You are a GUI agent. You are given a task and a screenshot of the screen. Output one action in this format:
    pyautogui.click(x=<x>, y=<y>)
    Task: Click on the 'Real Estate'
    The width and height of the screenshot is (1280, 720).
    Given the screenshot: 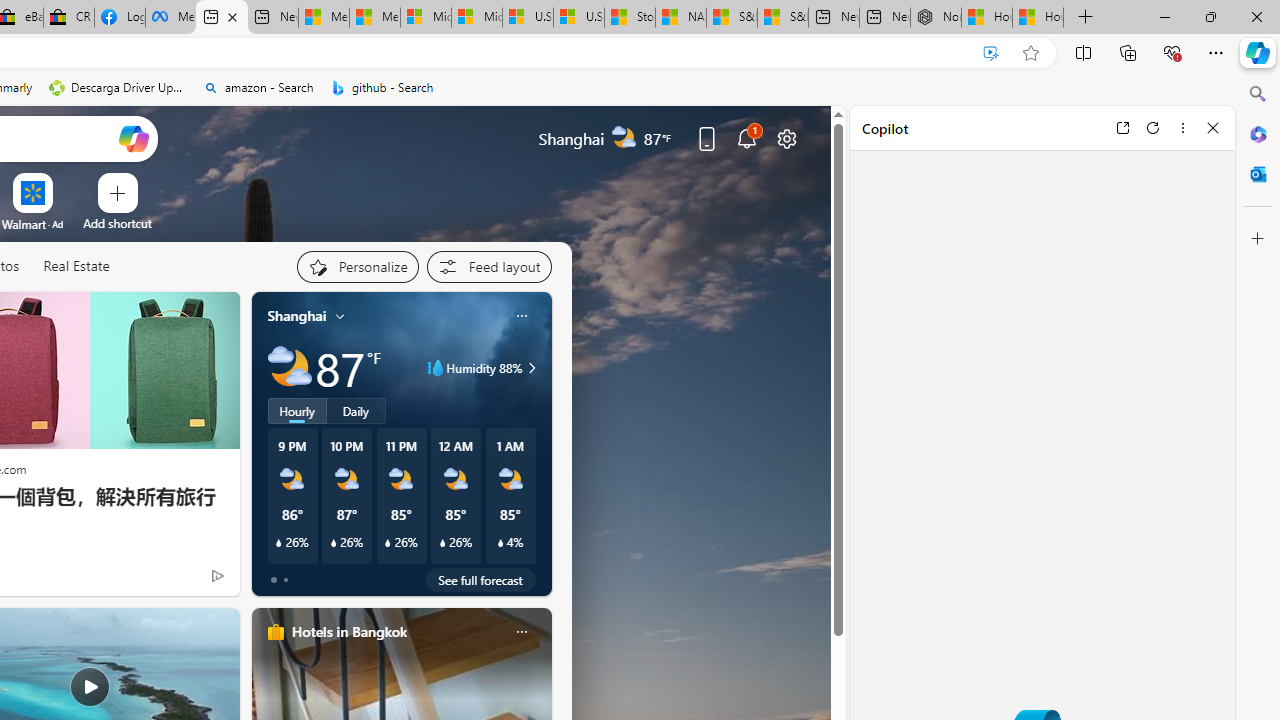 What is the action you would take?
    pyautogui.click(x=76, y=266)
    